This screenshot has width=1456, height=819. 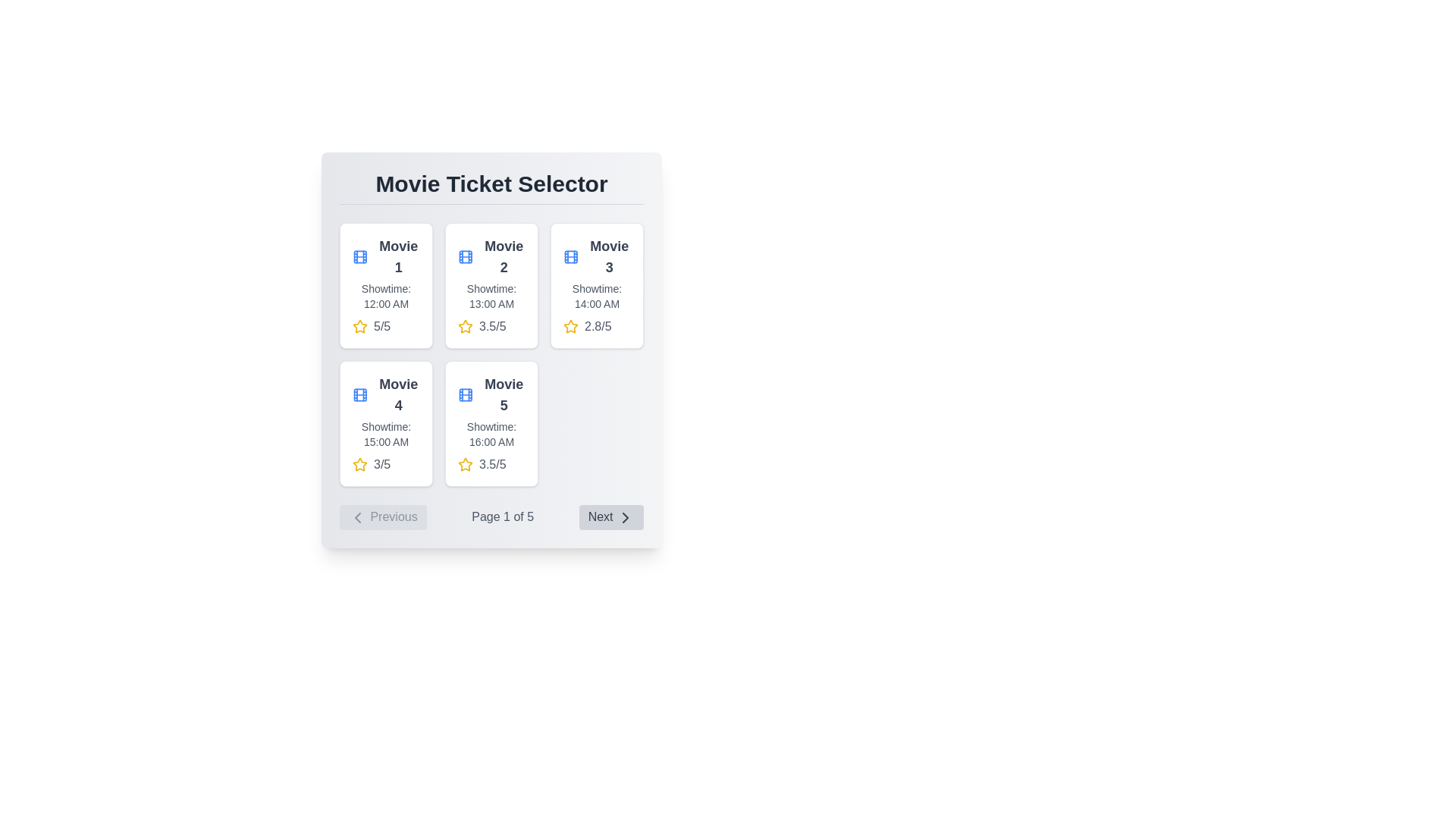 I want to click on on the movie summary card located in the first column of the first row of the grid layout, so click(x=386, y=286).